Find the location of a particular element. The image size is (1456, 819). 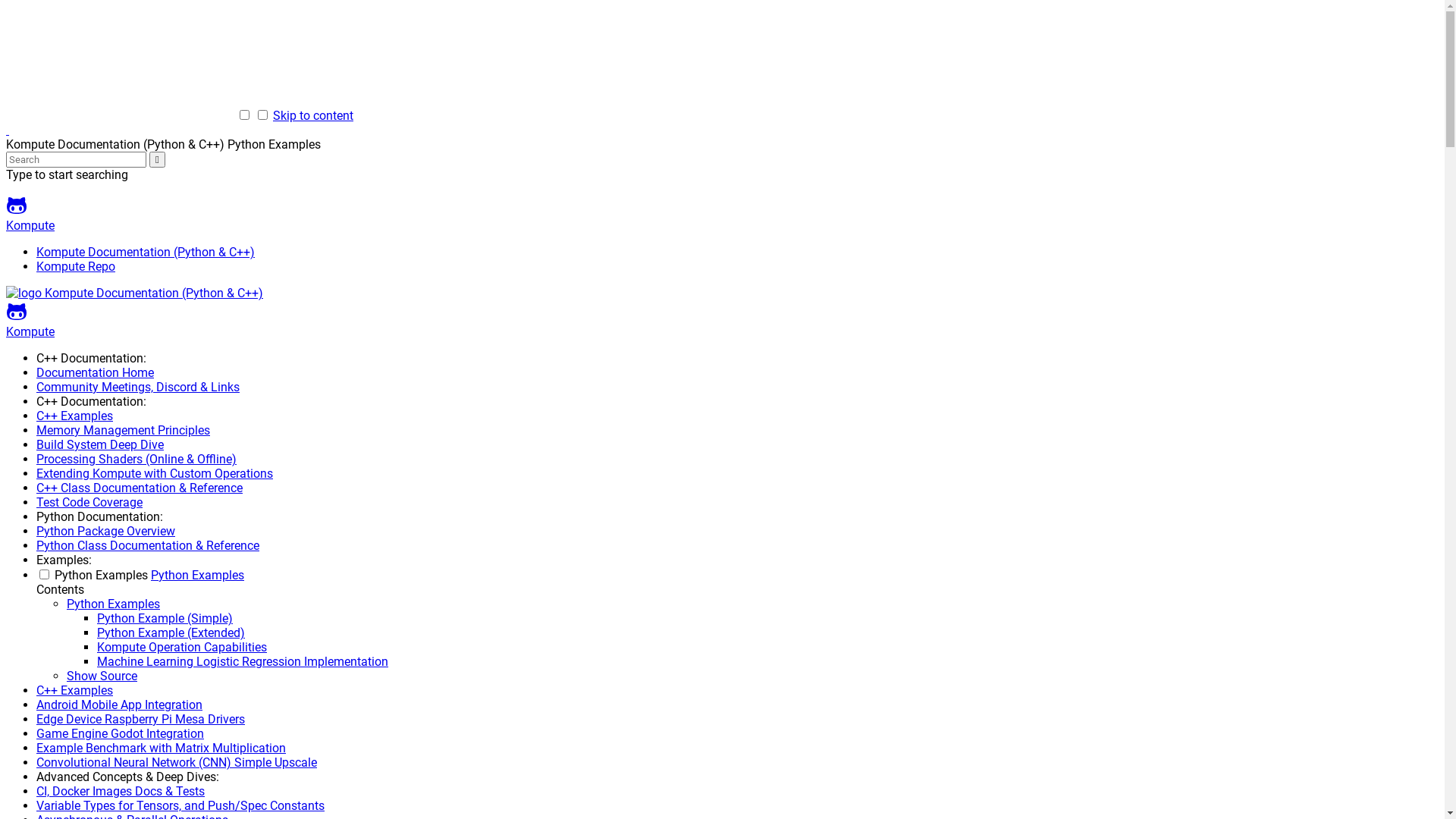

'Edge Device Raspberry Pi Mesa Drivers' is located at coordinates (140, 718).